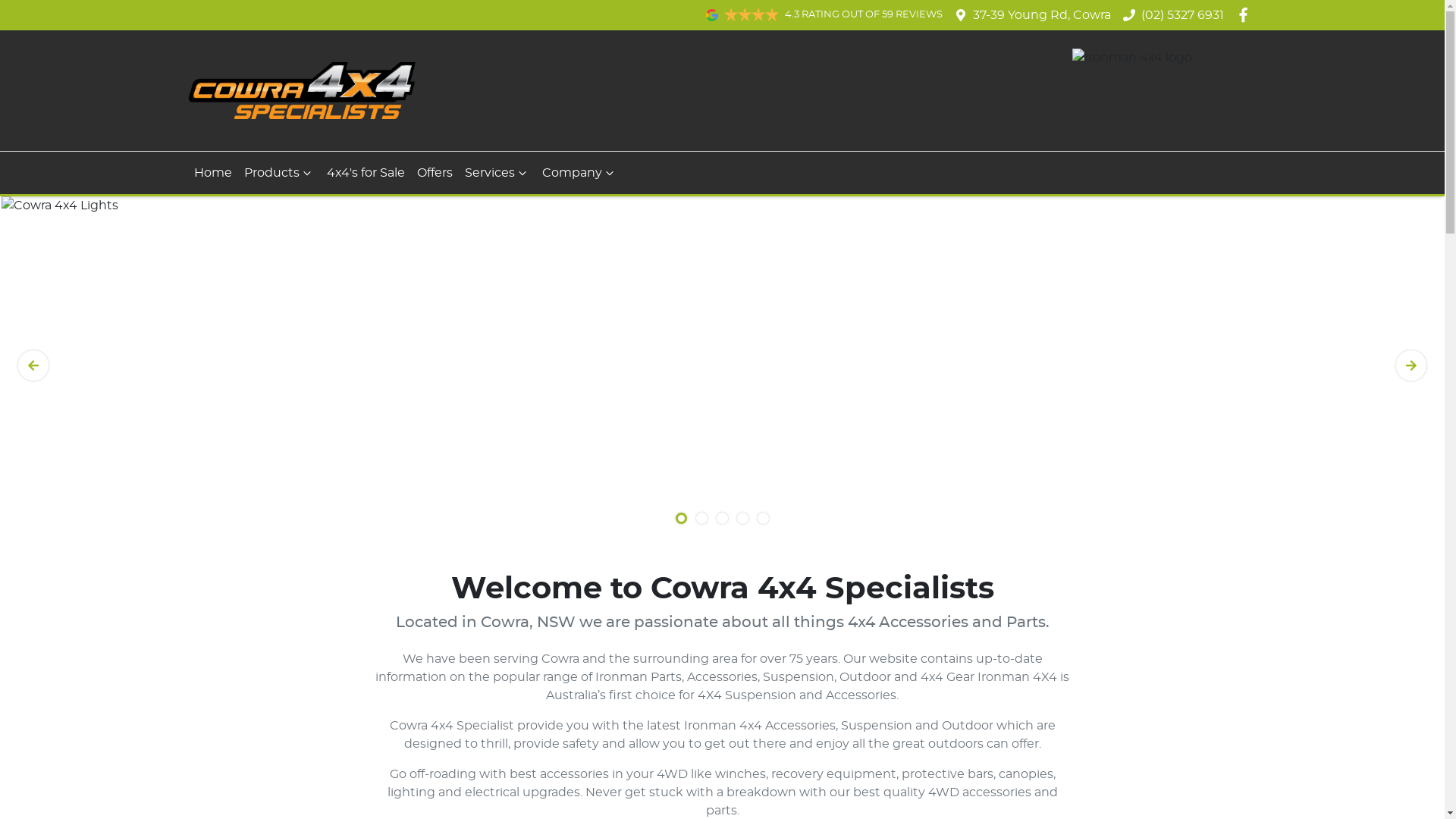  Describe the element at coordinates (237, 171) in the screenshot. I see `'Products'` at that location.